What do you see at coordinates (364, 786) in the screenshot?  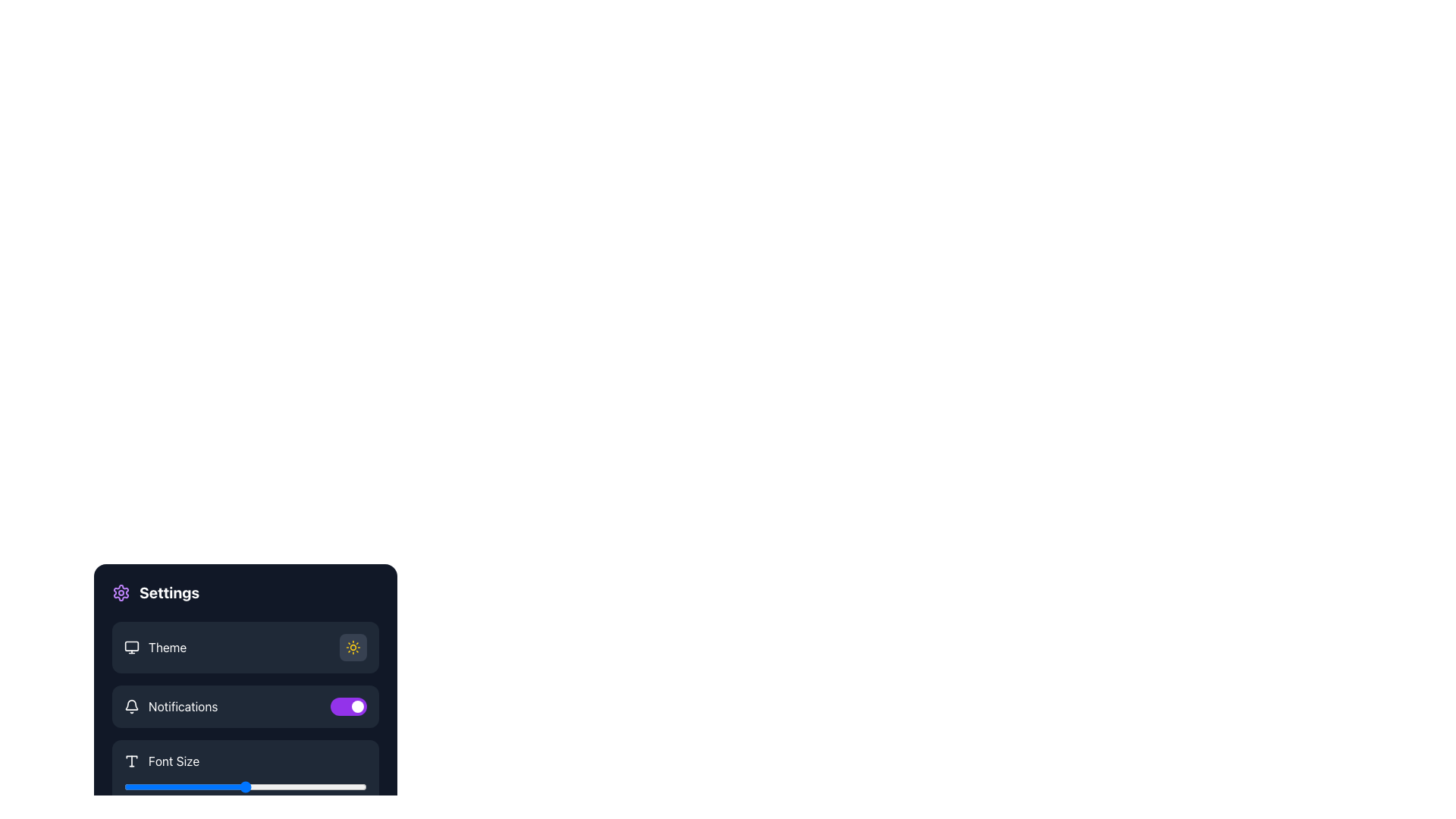 I see `the font size` at bounding box center [364, 786].